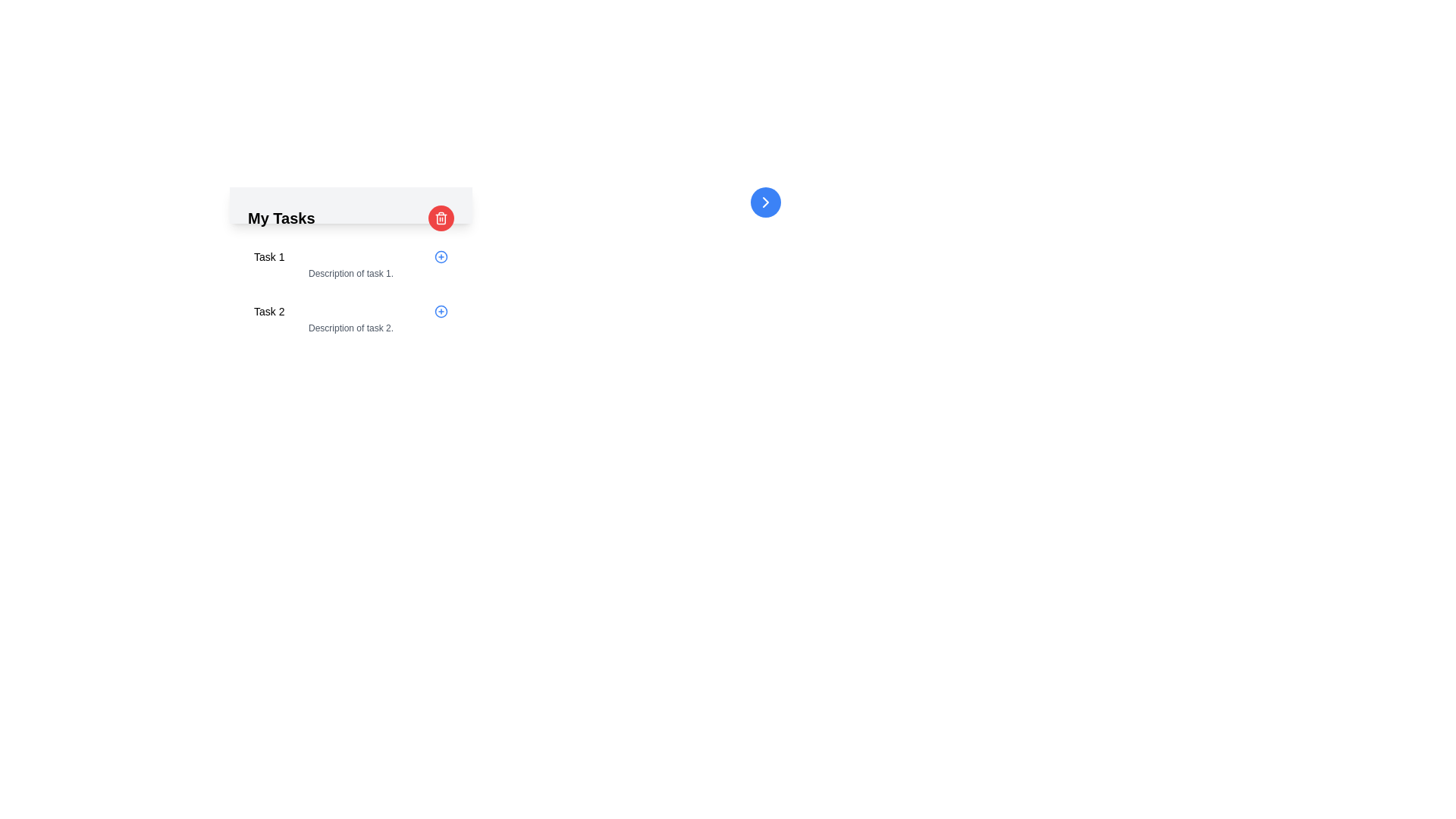 The height and width of the screenshot is (819, 1456). What do you see at coordinates (440, 218) in the screenshot?
I see `the delete button with a circular red background located` at bounding box center [440, 218].